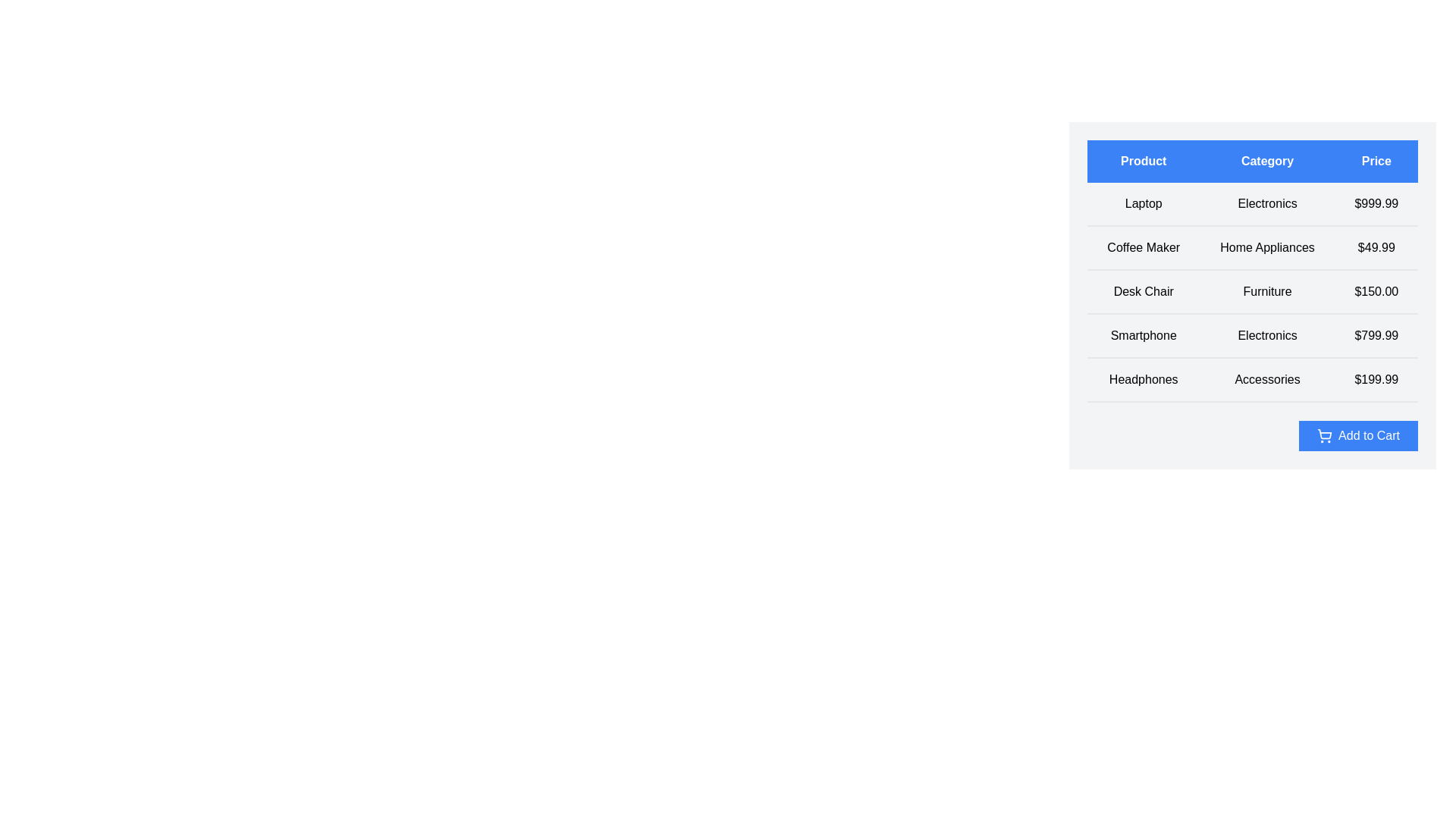 Image resolution: width=1456 pixels, height=819 pixels. I want to click on the Text label that describes the category of the associated product 'Smartphone', located in the second column of the fourth row of the table, so click(1267, 335).